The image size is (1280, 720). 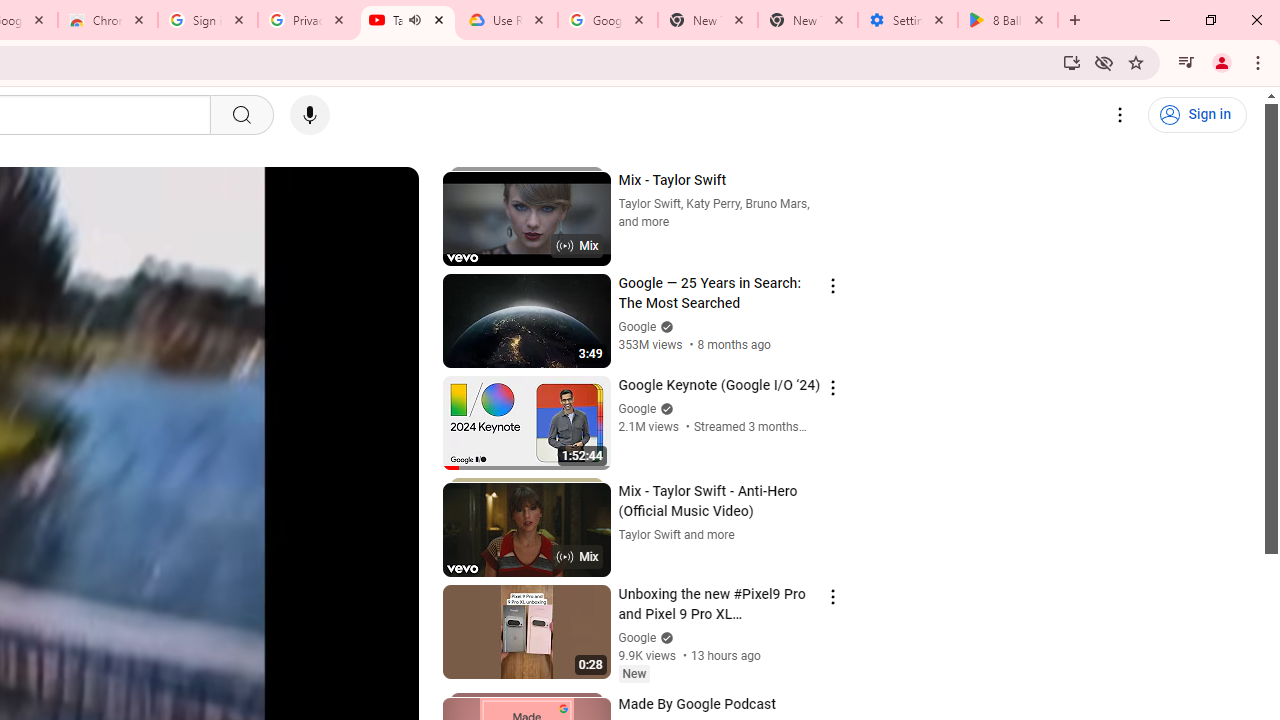 I want to click on 'Settings - System', so click(x=906, y=20).